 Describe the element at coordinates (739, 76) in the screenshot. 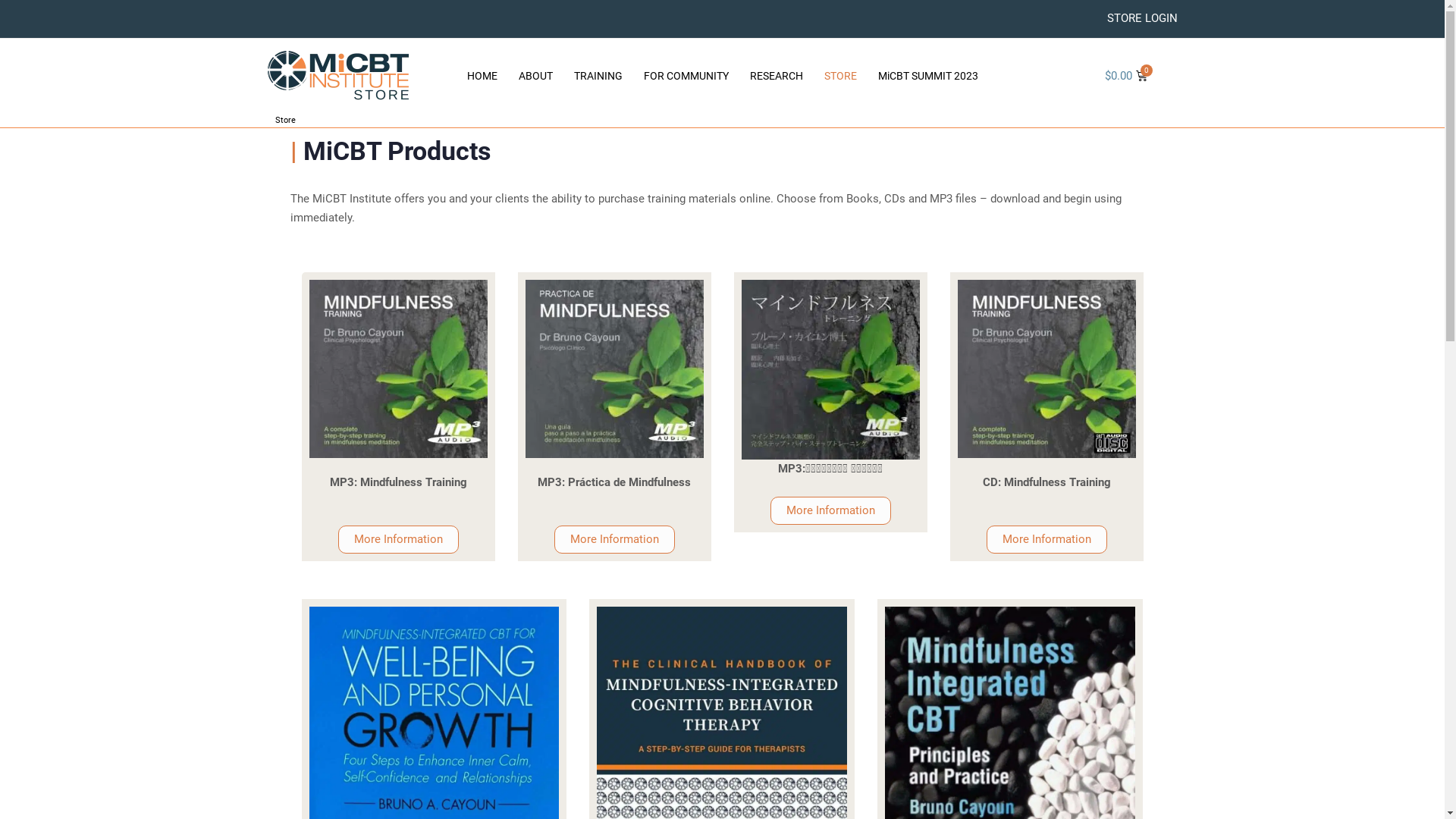

I see `'RESEARCH'` at that location.